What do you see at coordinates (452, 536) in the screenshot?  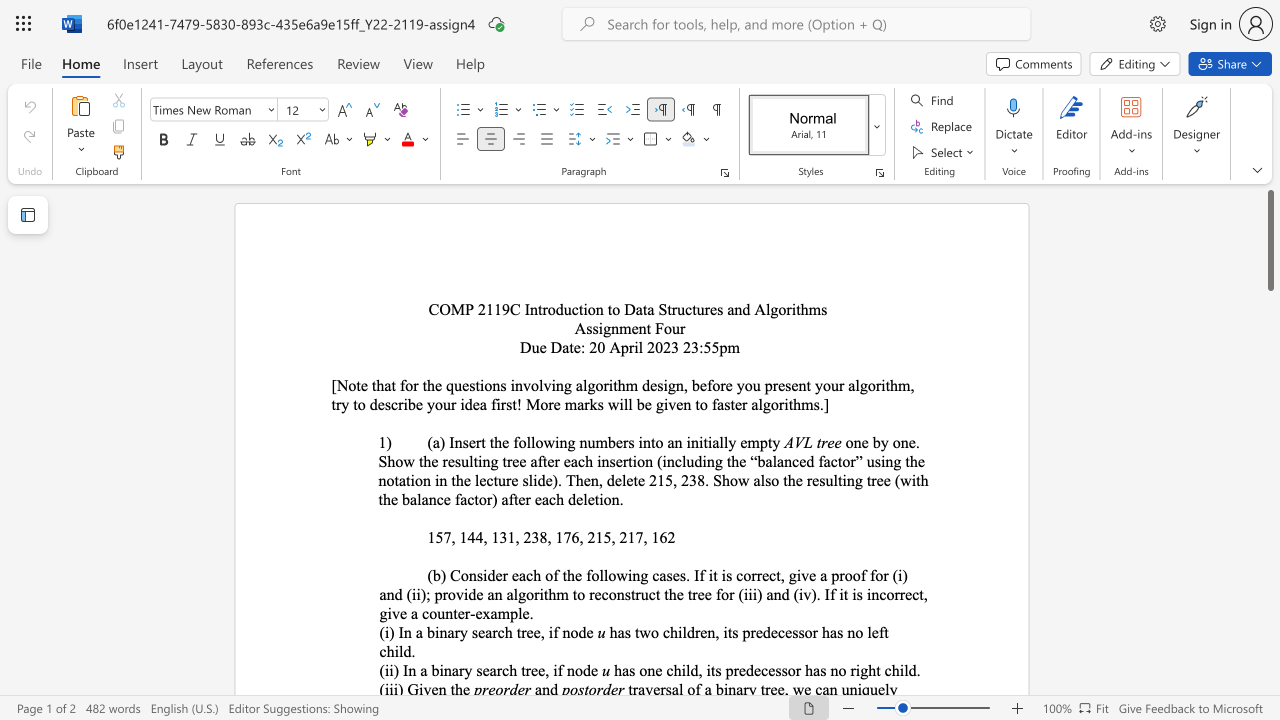 I see `the 1th character "," in the text` at bounding box center [452, 536].